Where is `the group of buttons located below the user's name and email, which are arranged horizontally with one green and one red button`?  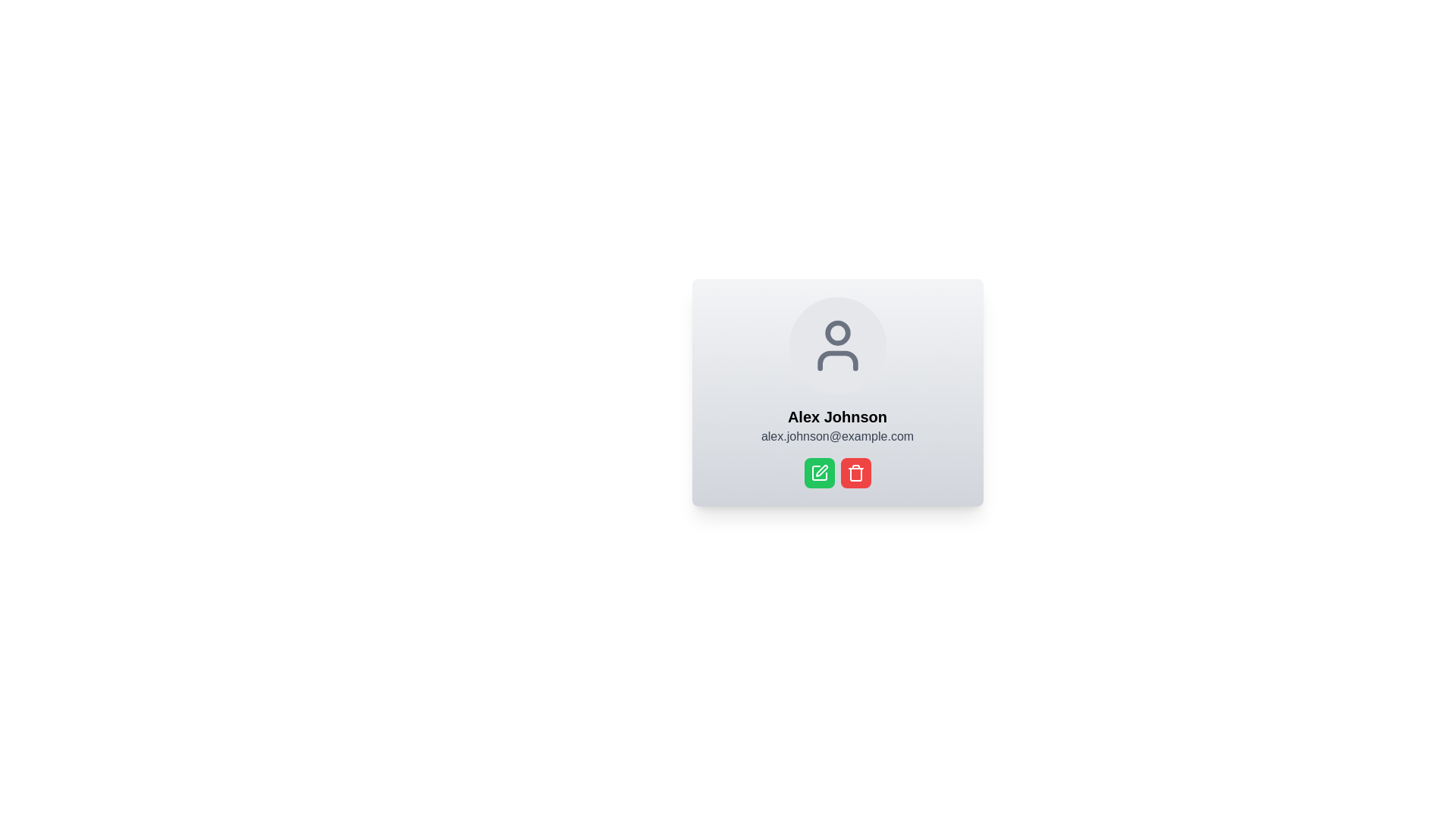 the group of buttons located below the user's name and email, which are arranged horizontally with one green and one red button is located at coordinates (836, 472).